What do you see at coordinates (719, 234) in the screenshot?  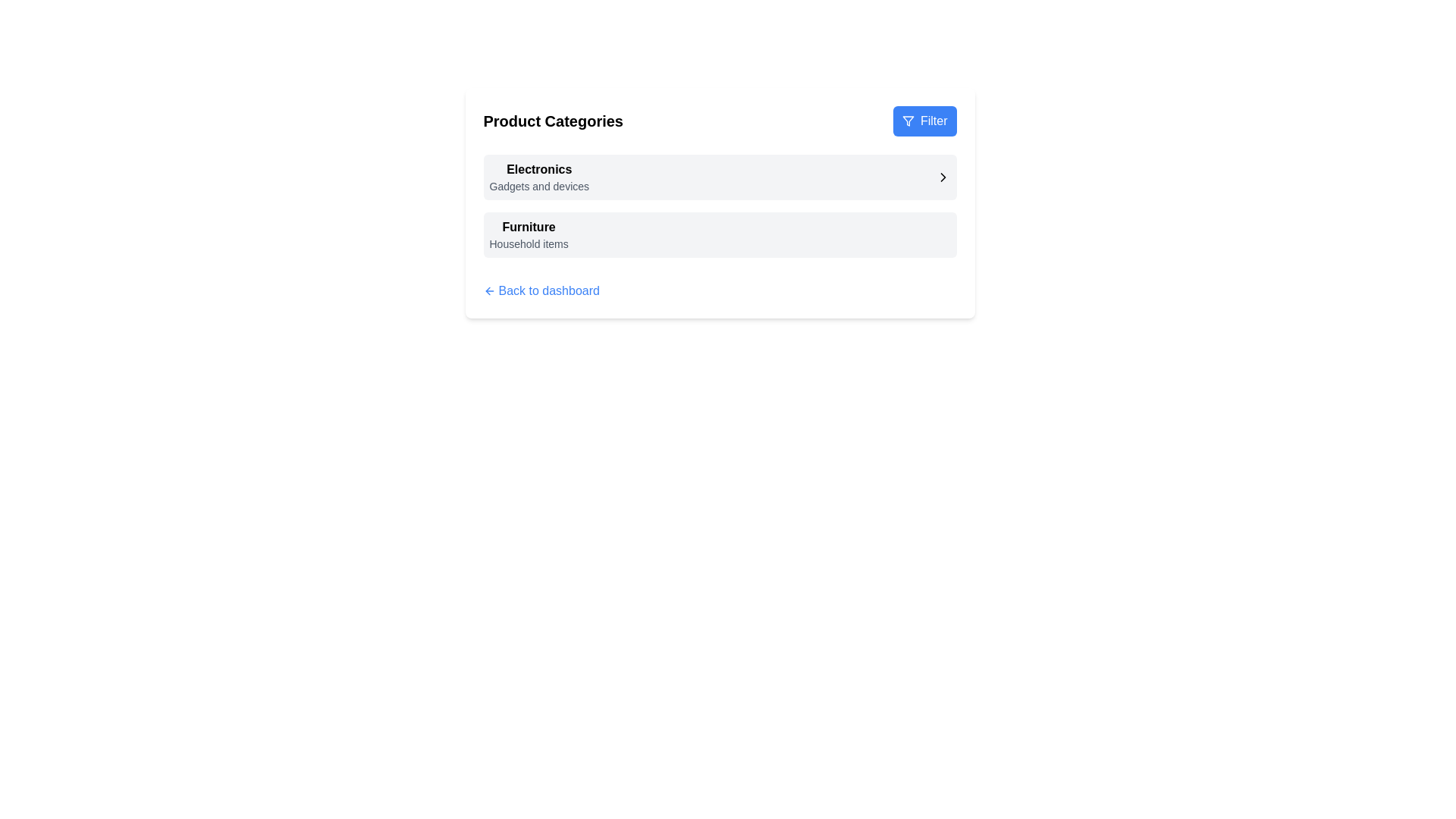 I see `the 'Furniture' category list item, which is the second item in the vertical list under 'Product Categories'` at bounding box center [719, 234].